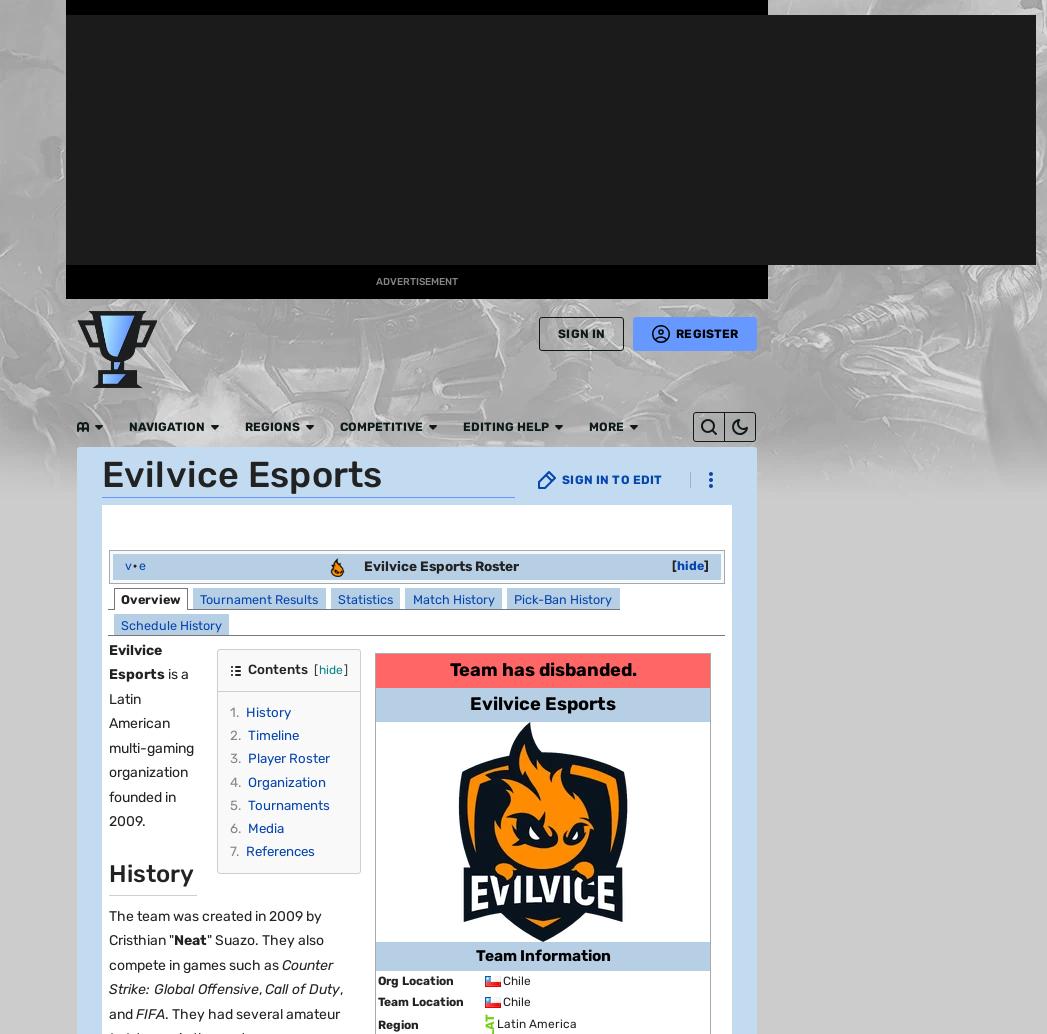 The height and width of the screenshot is (1034, 1047). Describe the element at coordinates (31, 573) in the screenshot. I see `'Video'` at that location.